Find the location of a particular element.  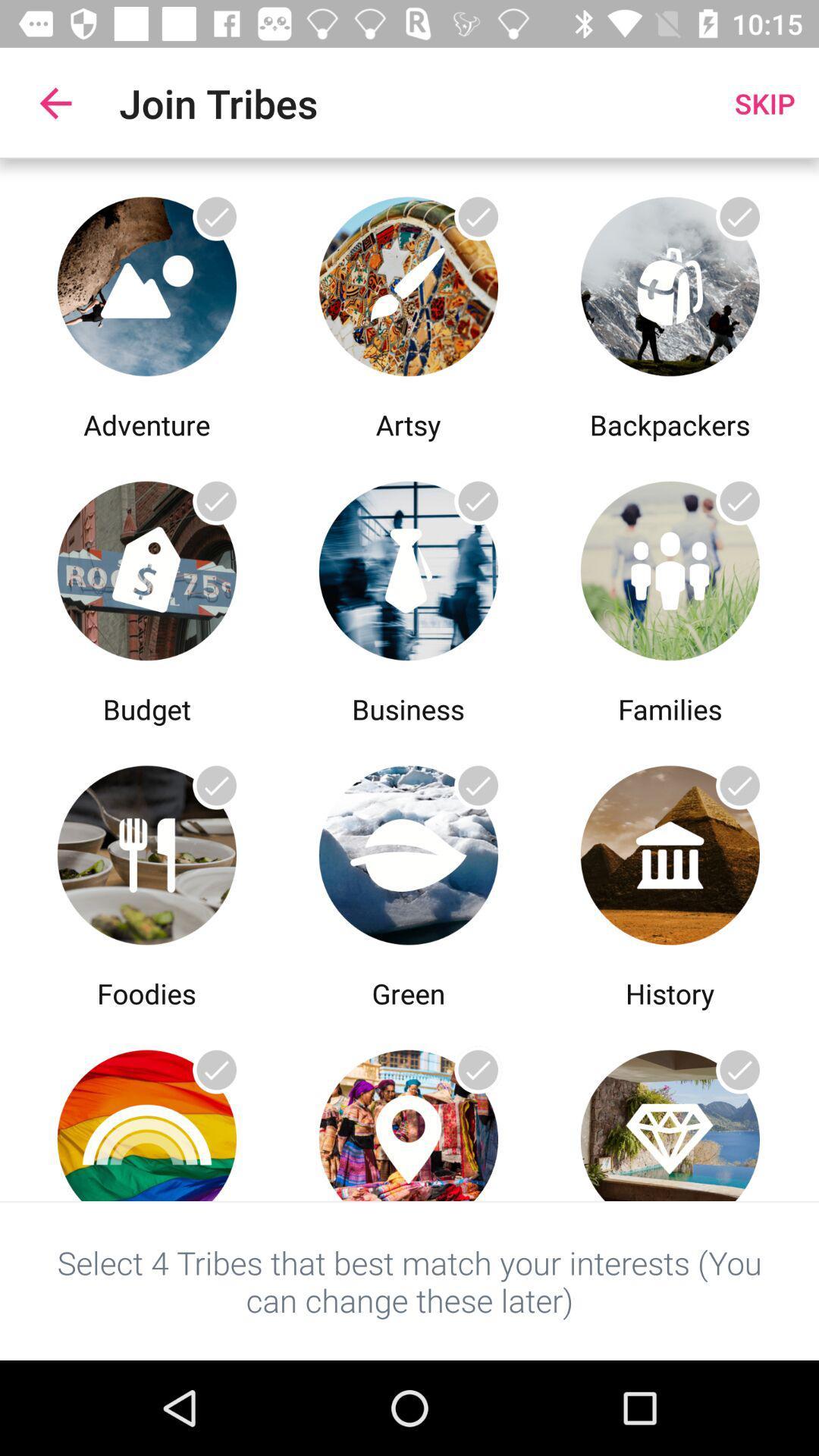

the group is located at coordinates (407, 851).